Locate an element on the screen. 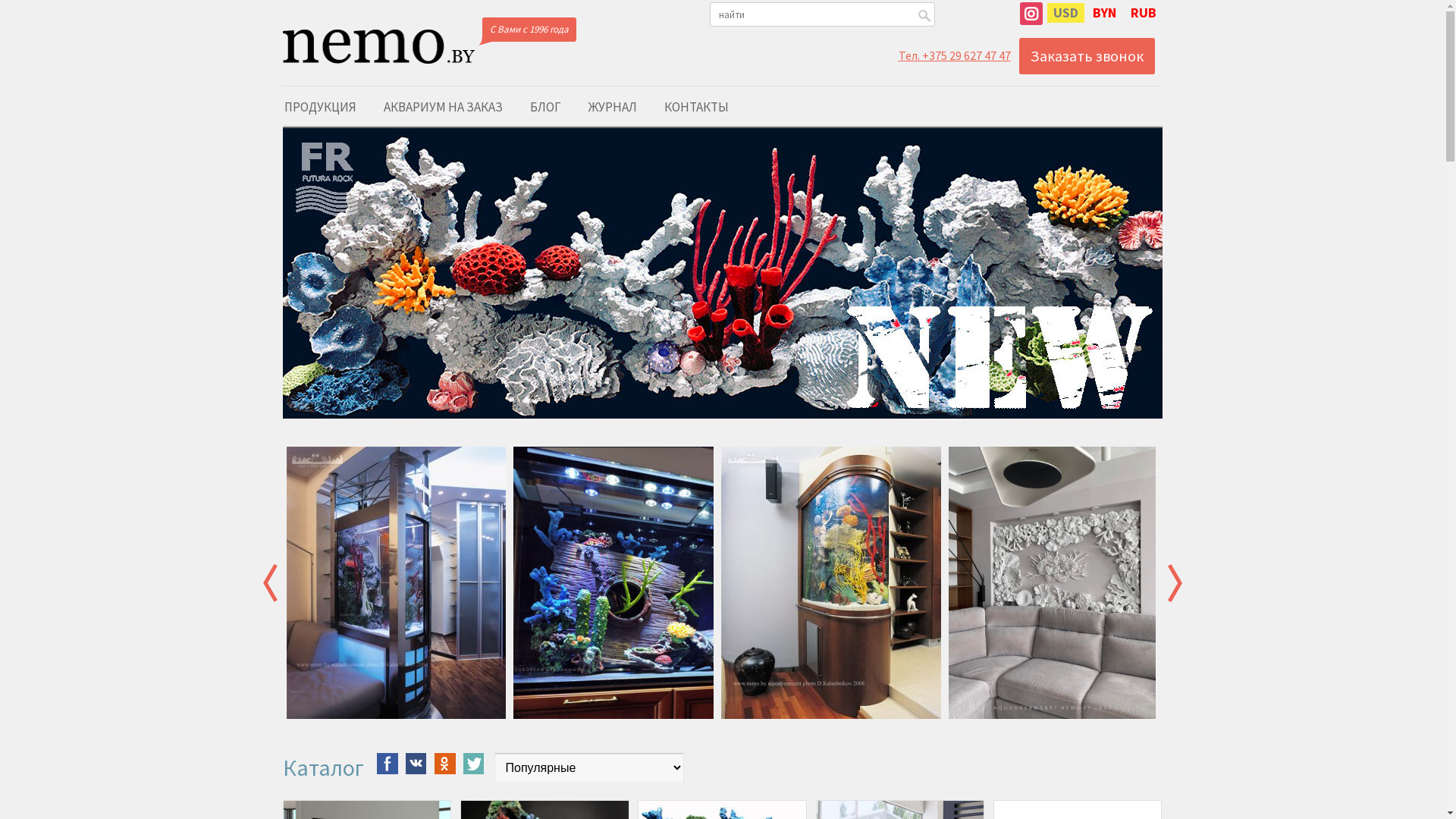  'BYN' is located at coordinates (1084, 12).